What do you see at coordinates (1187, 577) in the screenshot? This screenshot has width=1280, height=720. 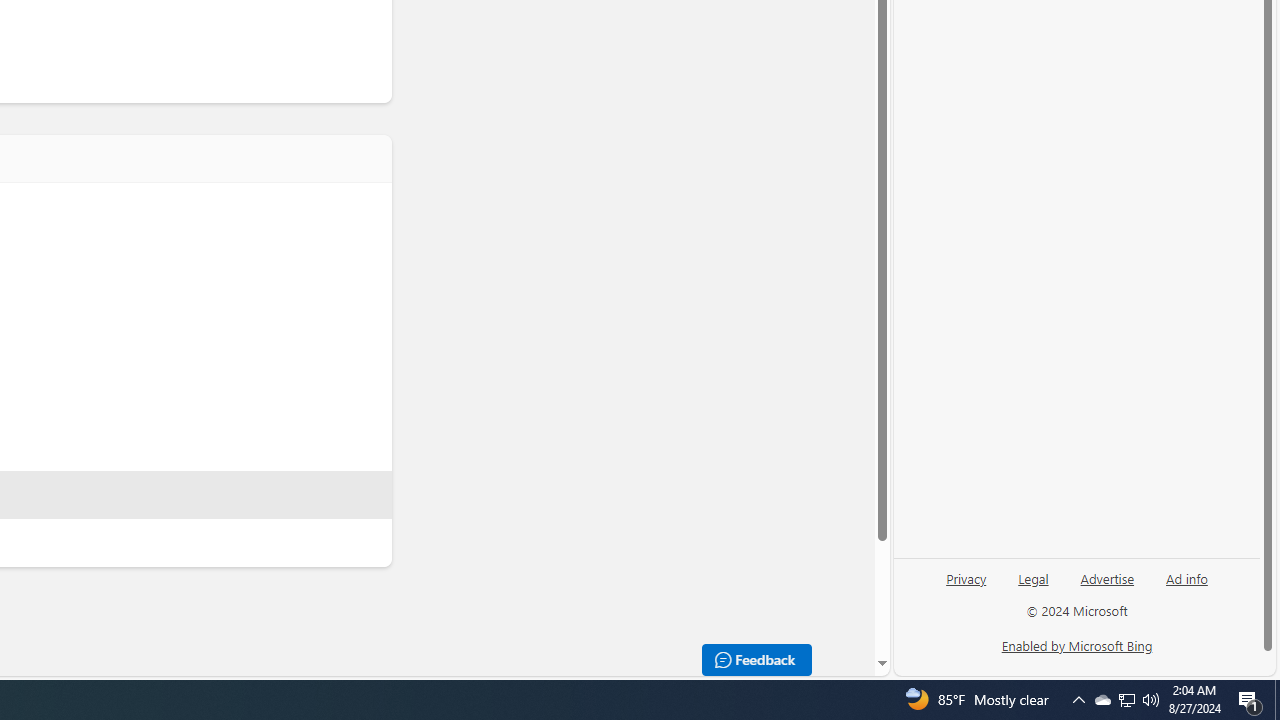 I see `'Ad info'` at bounding box center [1187, 577].